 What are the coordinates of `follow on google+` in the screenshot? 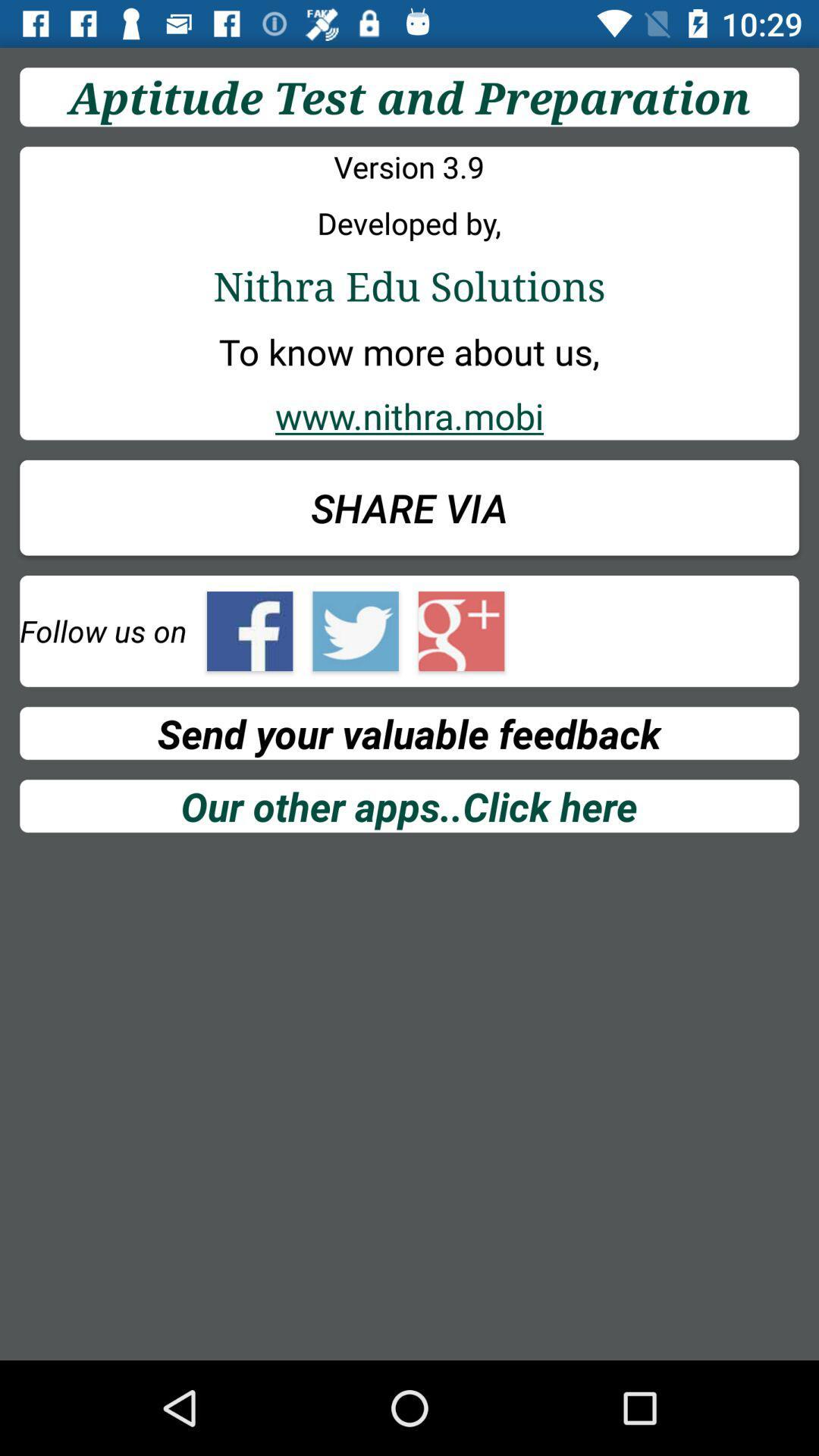 It's located at (460, 631).